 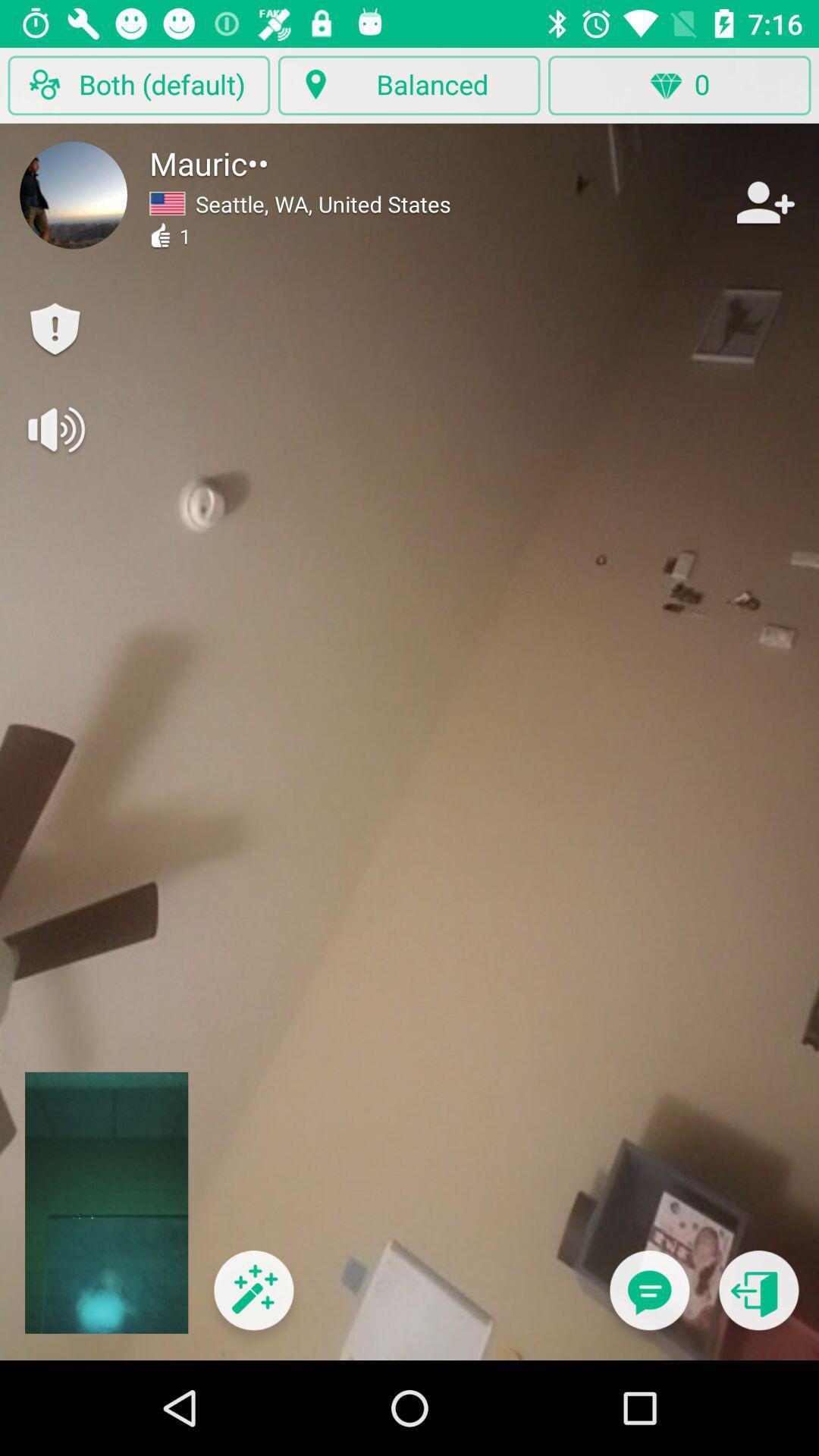 I want to click on comment, so click(x=648, y=1299).